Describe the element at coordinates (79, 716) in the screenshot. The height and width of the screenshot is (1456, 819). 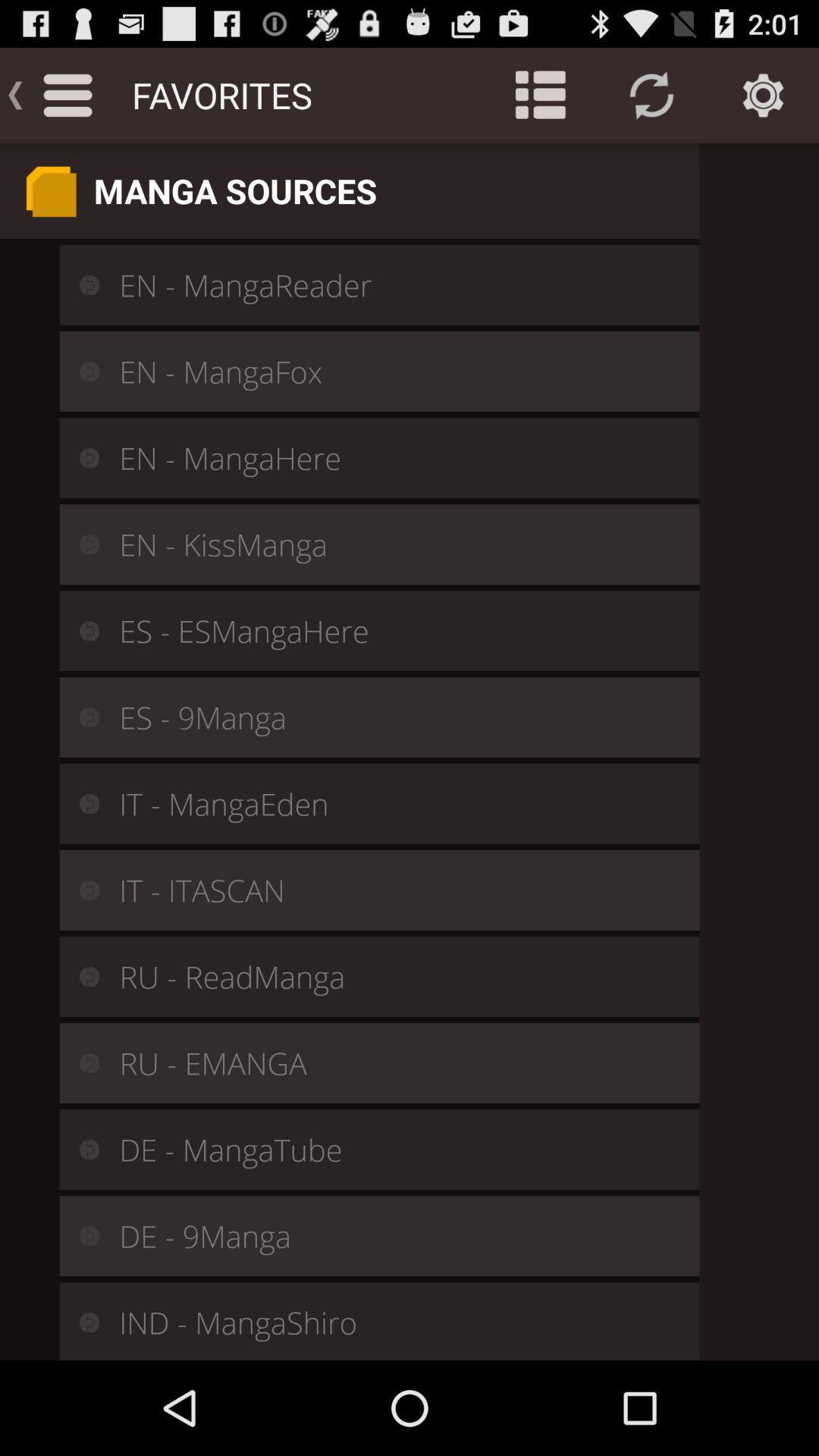
I see `the icon left to es  9manga` at that location.